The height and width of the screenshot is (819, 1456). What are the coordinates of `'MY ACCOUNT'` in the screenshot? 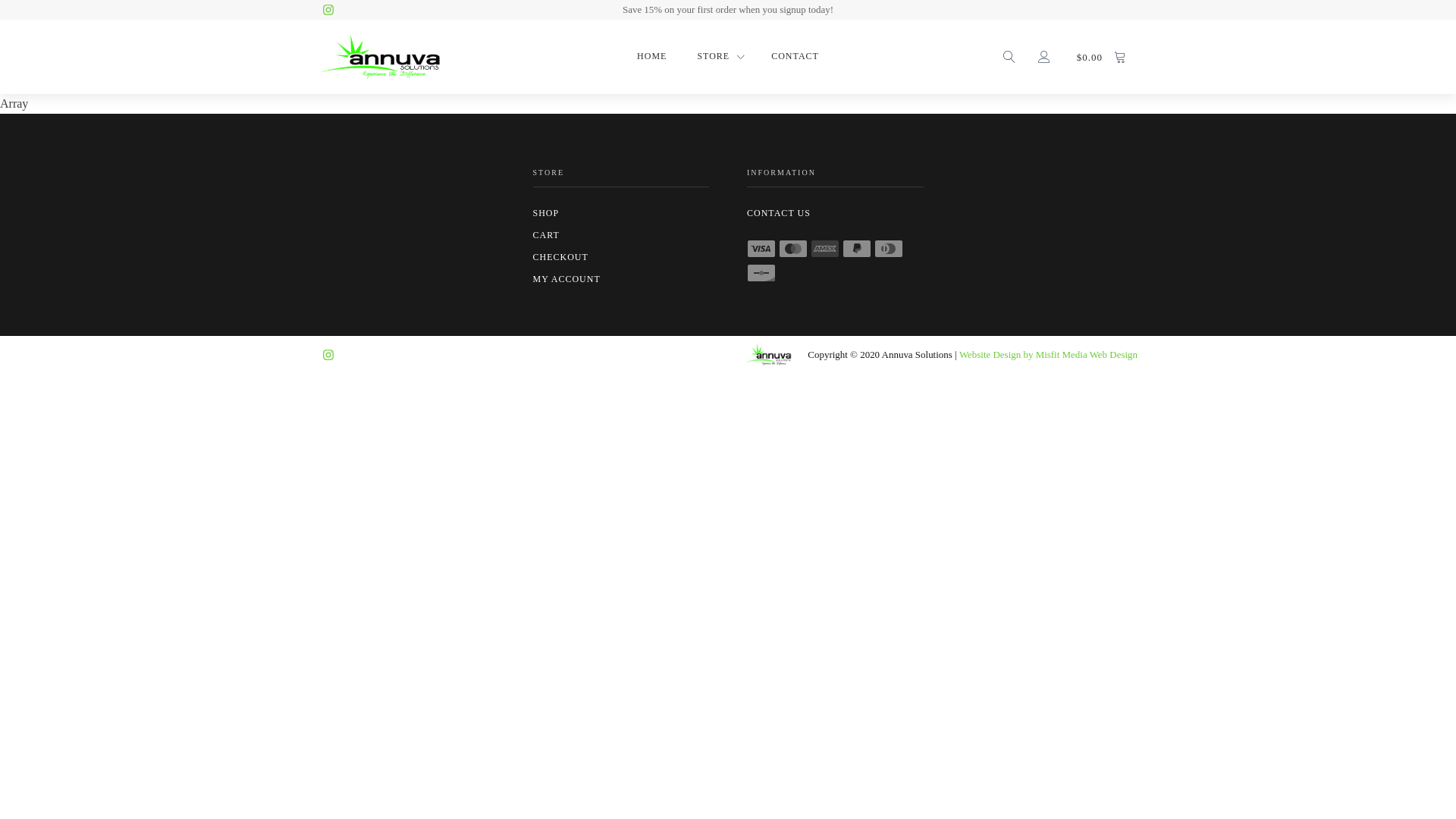 It's located at (532, 279).